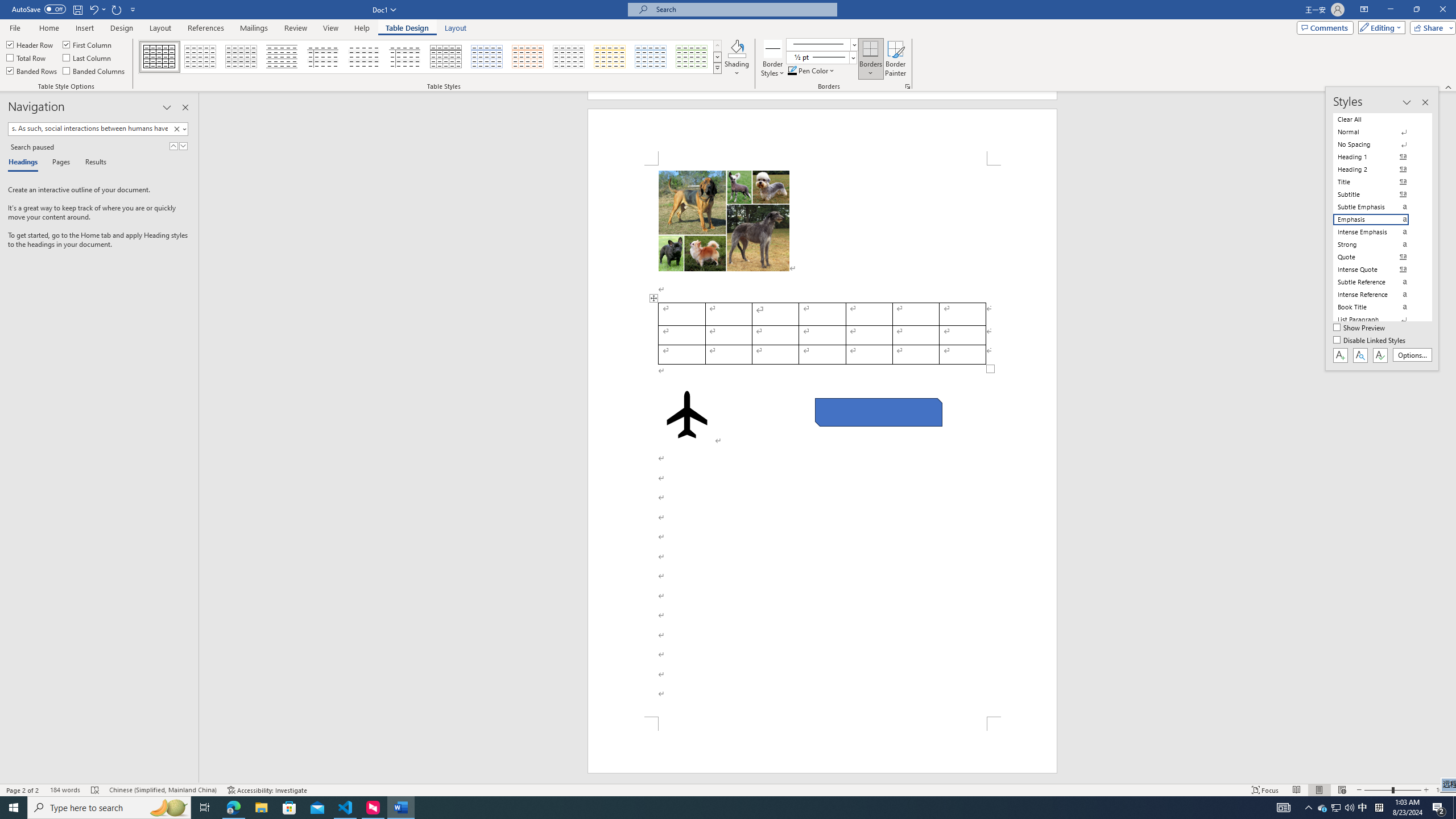 The height and width of the screenshot is (819, 1456). Describe the element at coordinates (1379, 355) in the screenshot. I see `'Class: NetUIButton'` at that location.